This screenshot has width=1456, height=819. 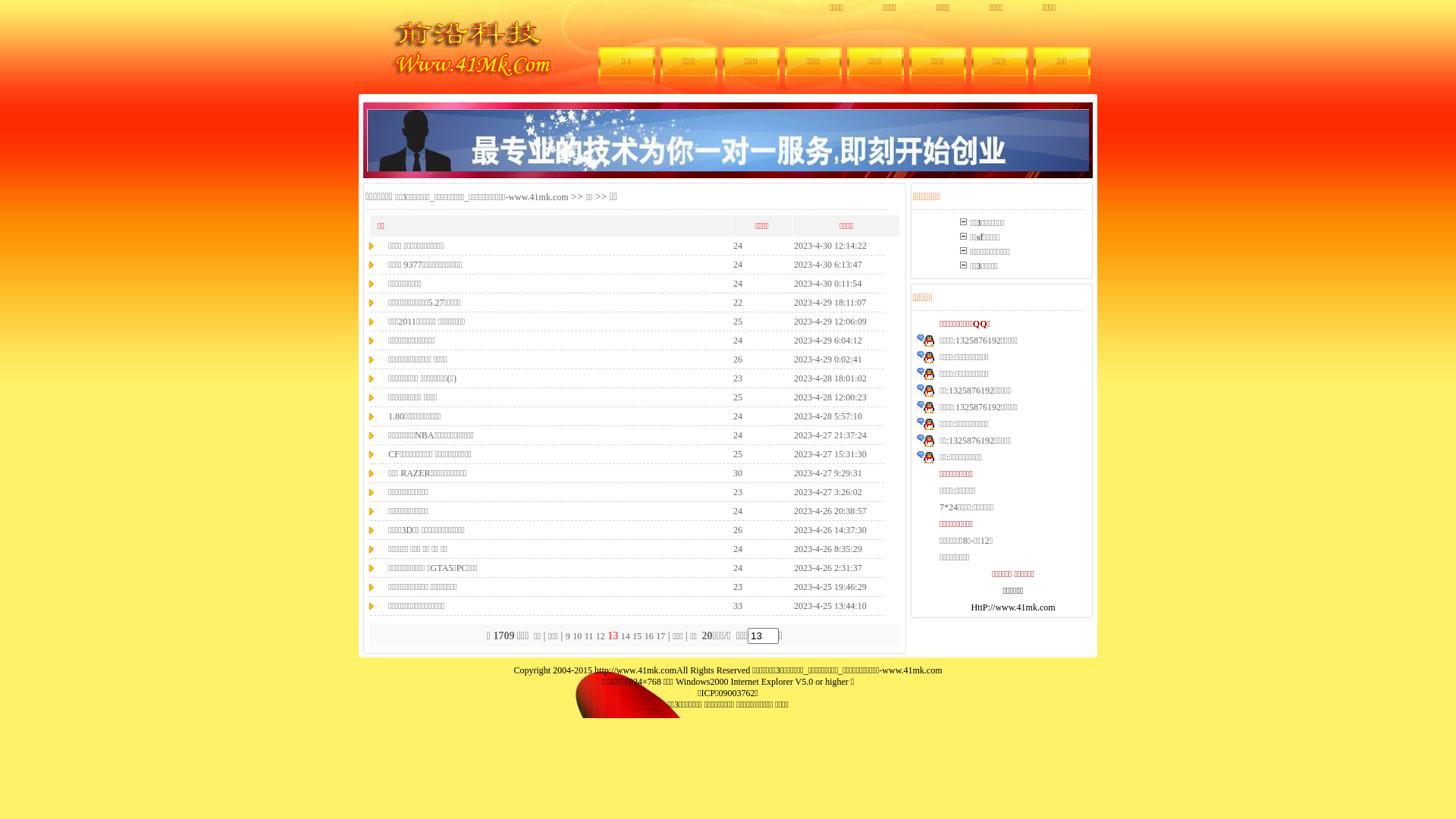 I want to click on '15', so click(x=637, y=636).